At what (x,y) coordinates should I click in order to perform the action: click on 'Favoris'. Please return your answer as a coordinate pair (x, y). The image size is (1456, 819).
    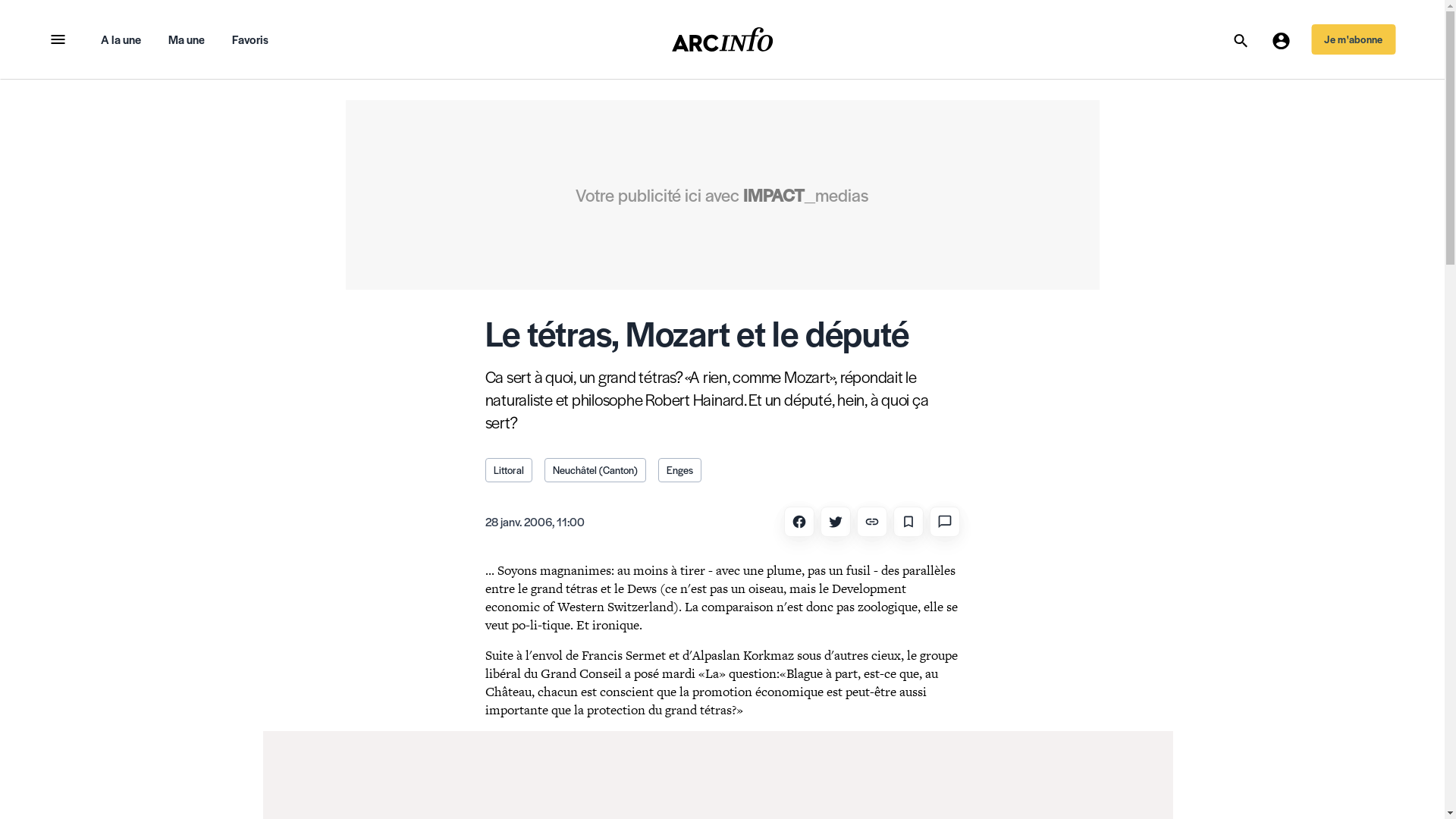
    Looking at the image, I should click on (250, 38).